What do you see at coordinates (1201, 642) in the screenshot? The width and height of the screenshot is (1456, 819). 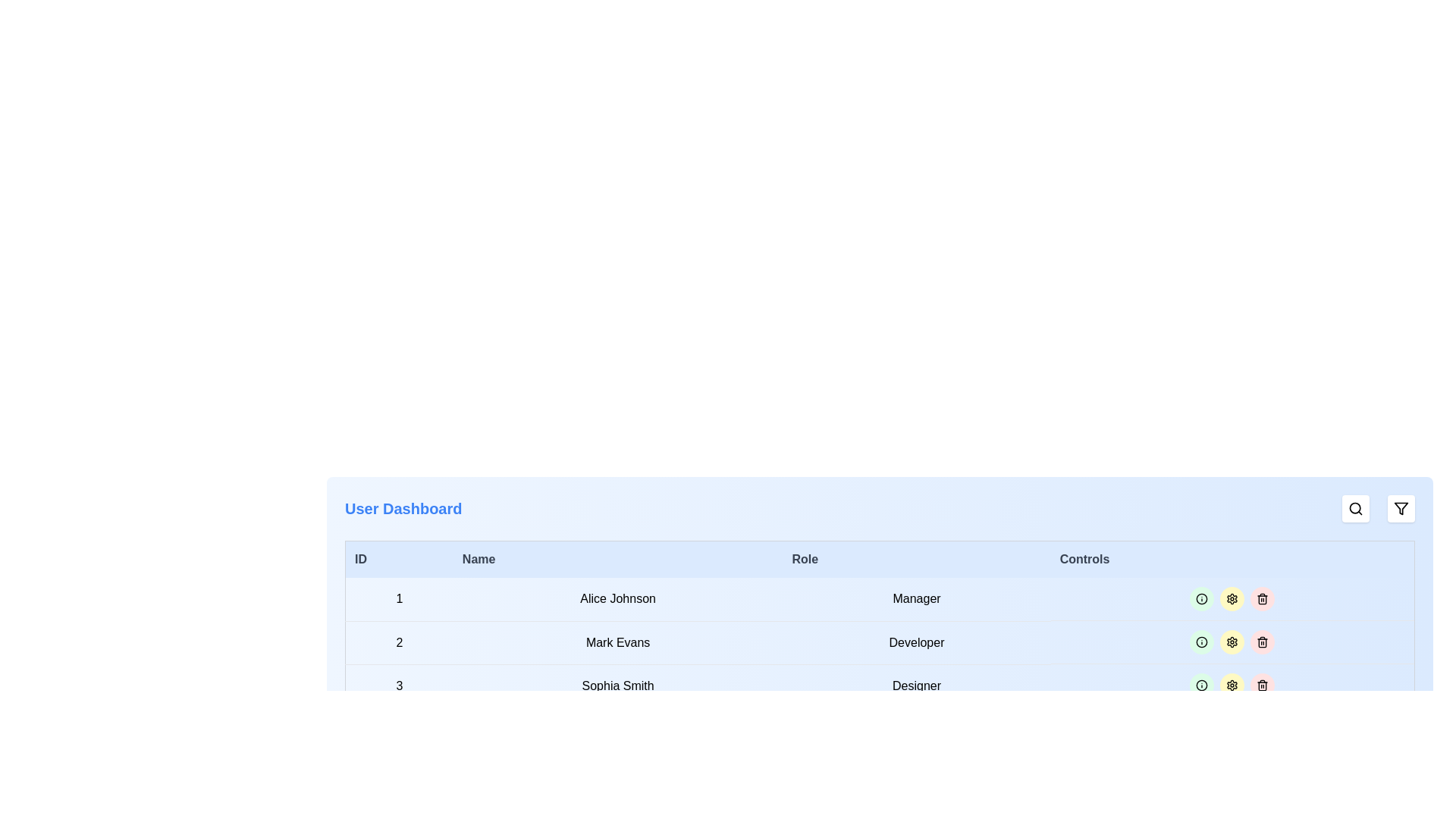 I see `the circular graphic element with a radius of 10 units located in the 'Controls' column of the interface, adjacent to an action button` at bounding box center [1201, 642].